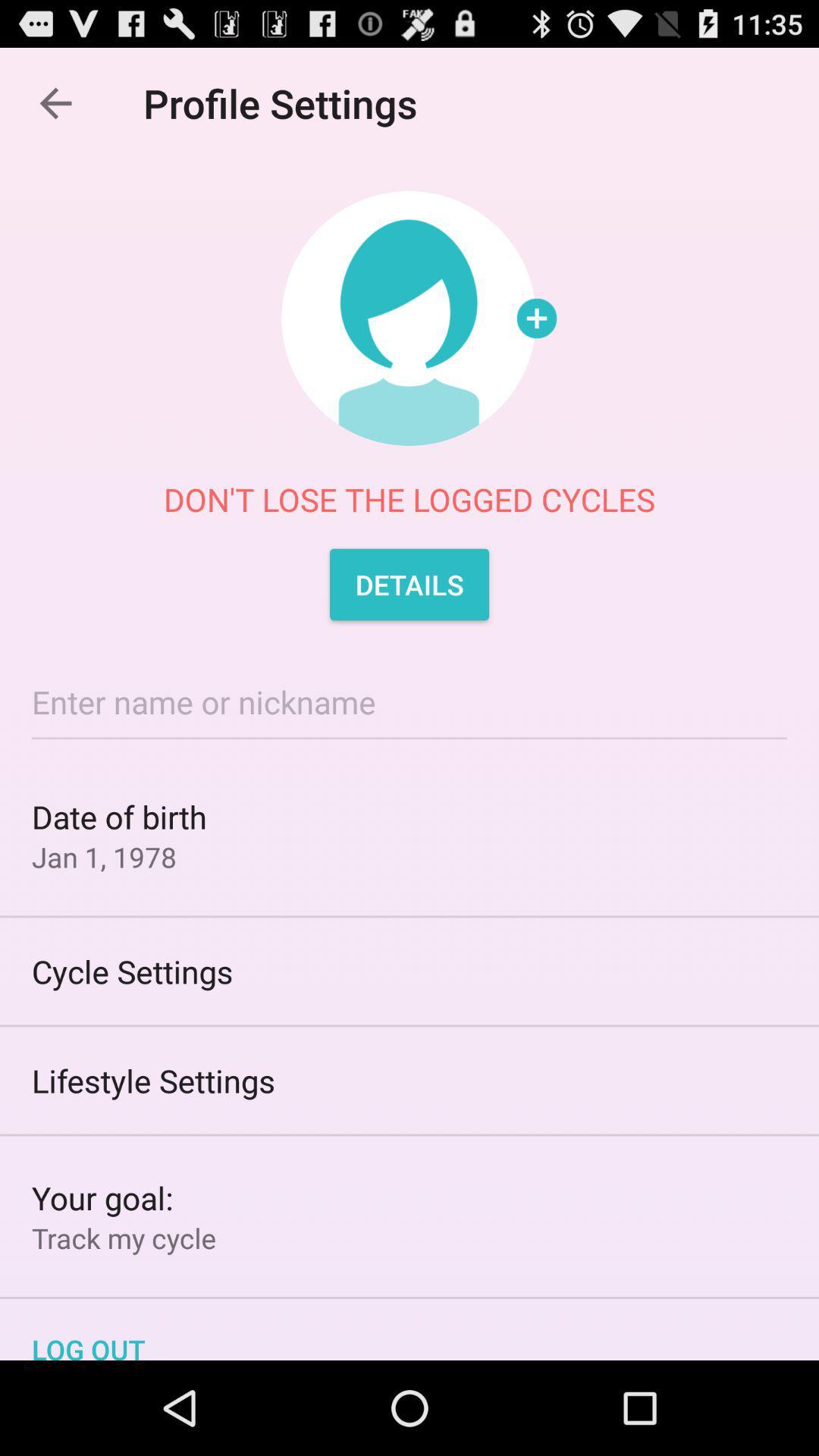  Describe the element at coordinates (409, 701) in the screenshot. I see `item below details icon` at that location.